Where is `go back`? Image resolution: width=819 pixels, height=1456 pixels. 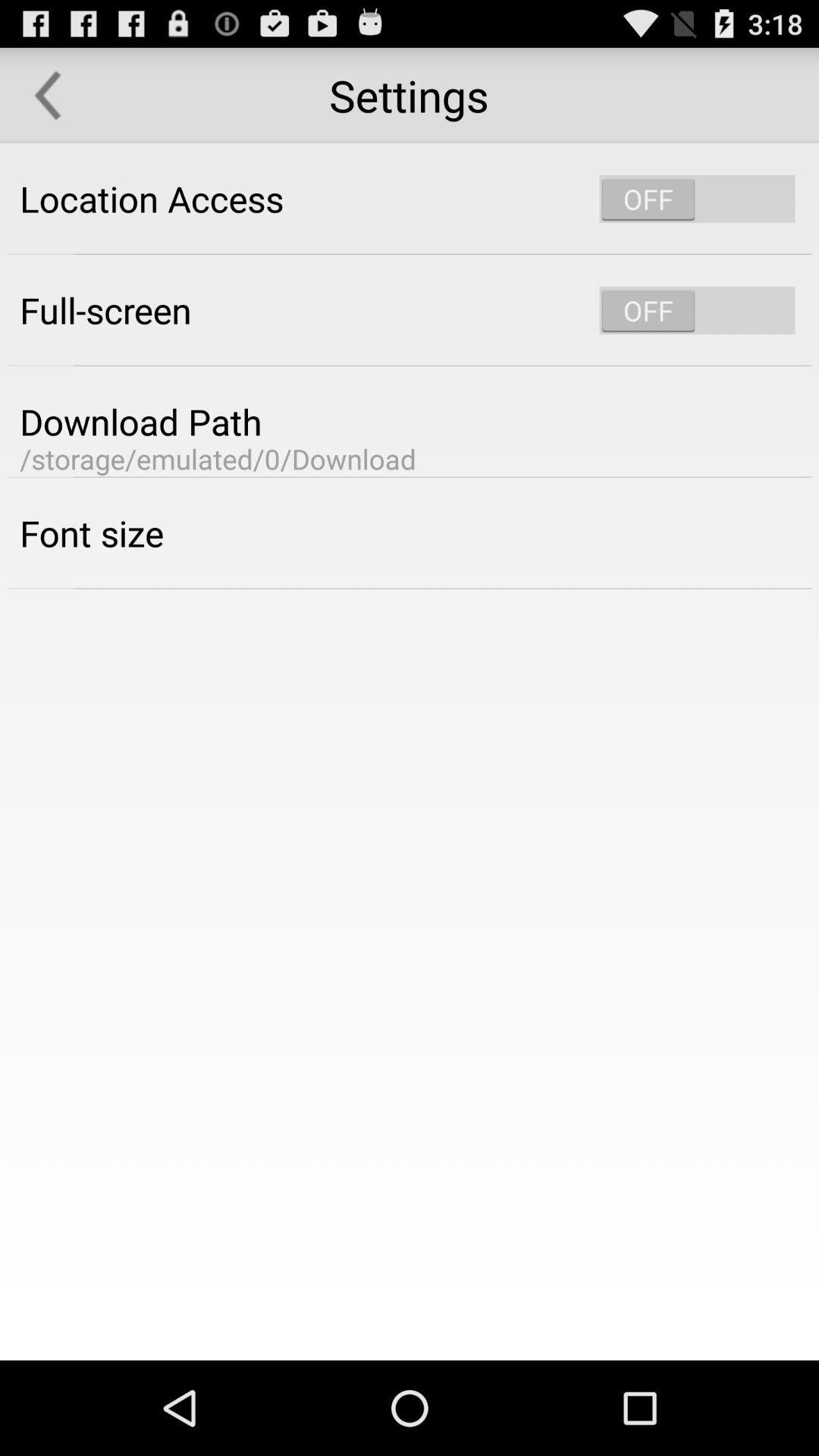
go back is located at coordinates (46, 94).